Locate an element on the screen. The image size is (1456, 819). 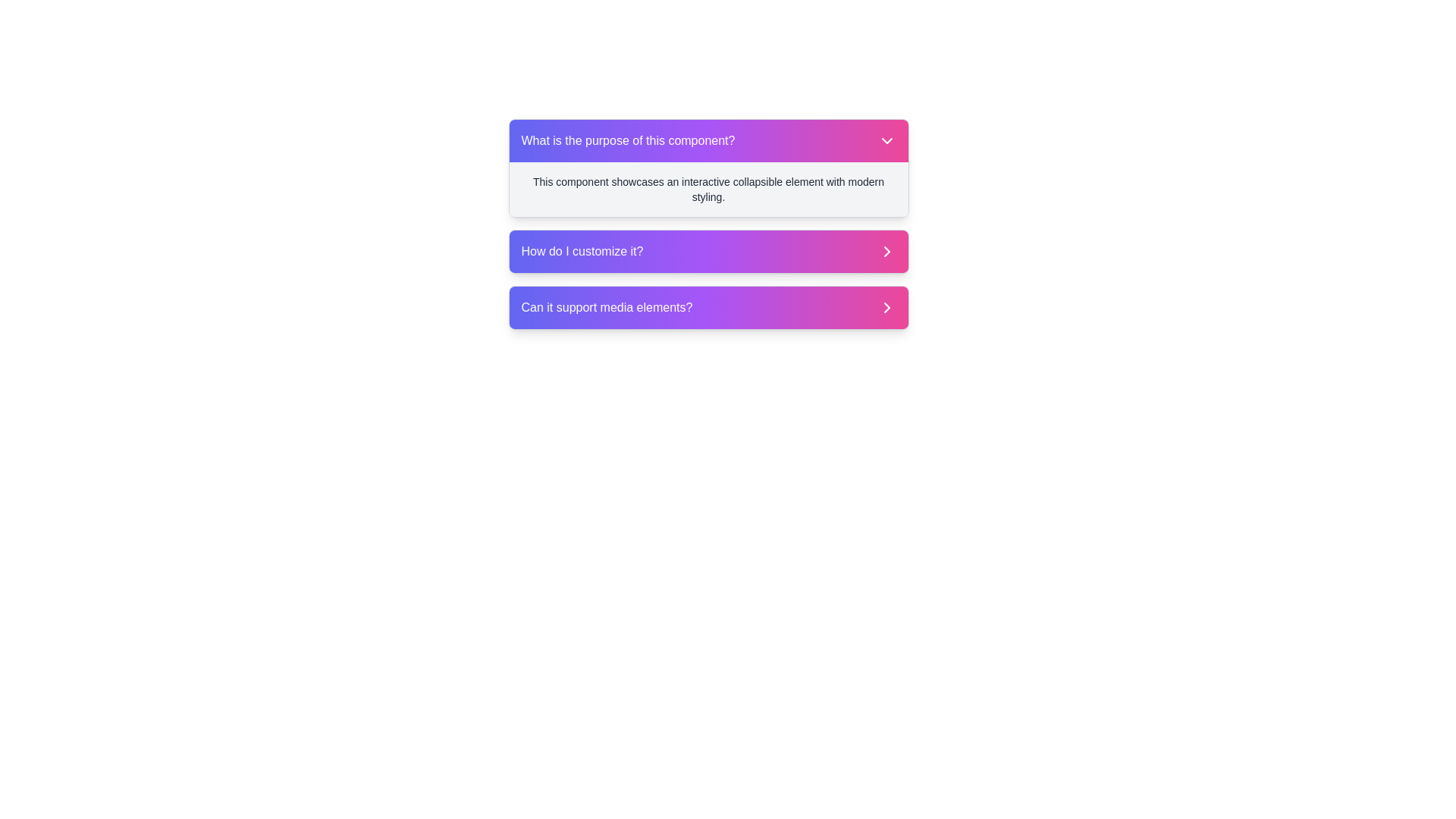
the text label stating 'How do I customize it?' within the interactive card-like structure to select the text content is located at coordinates (582, 250).